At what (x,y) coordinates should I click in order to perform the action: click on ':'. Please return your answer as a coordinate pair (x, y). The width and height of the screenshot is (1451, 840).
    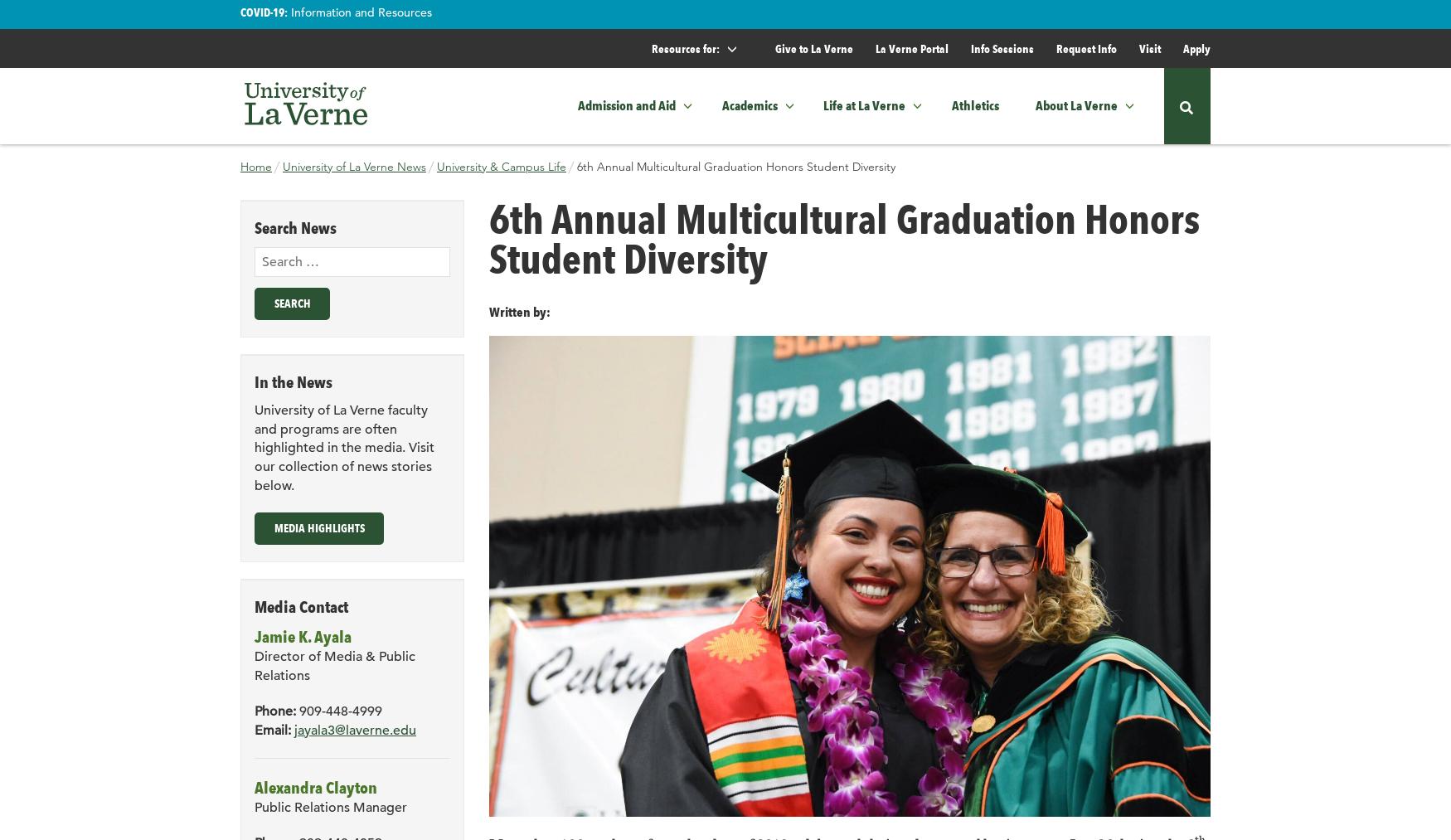
    Looking at the image, I should click on (285, 11).